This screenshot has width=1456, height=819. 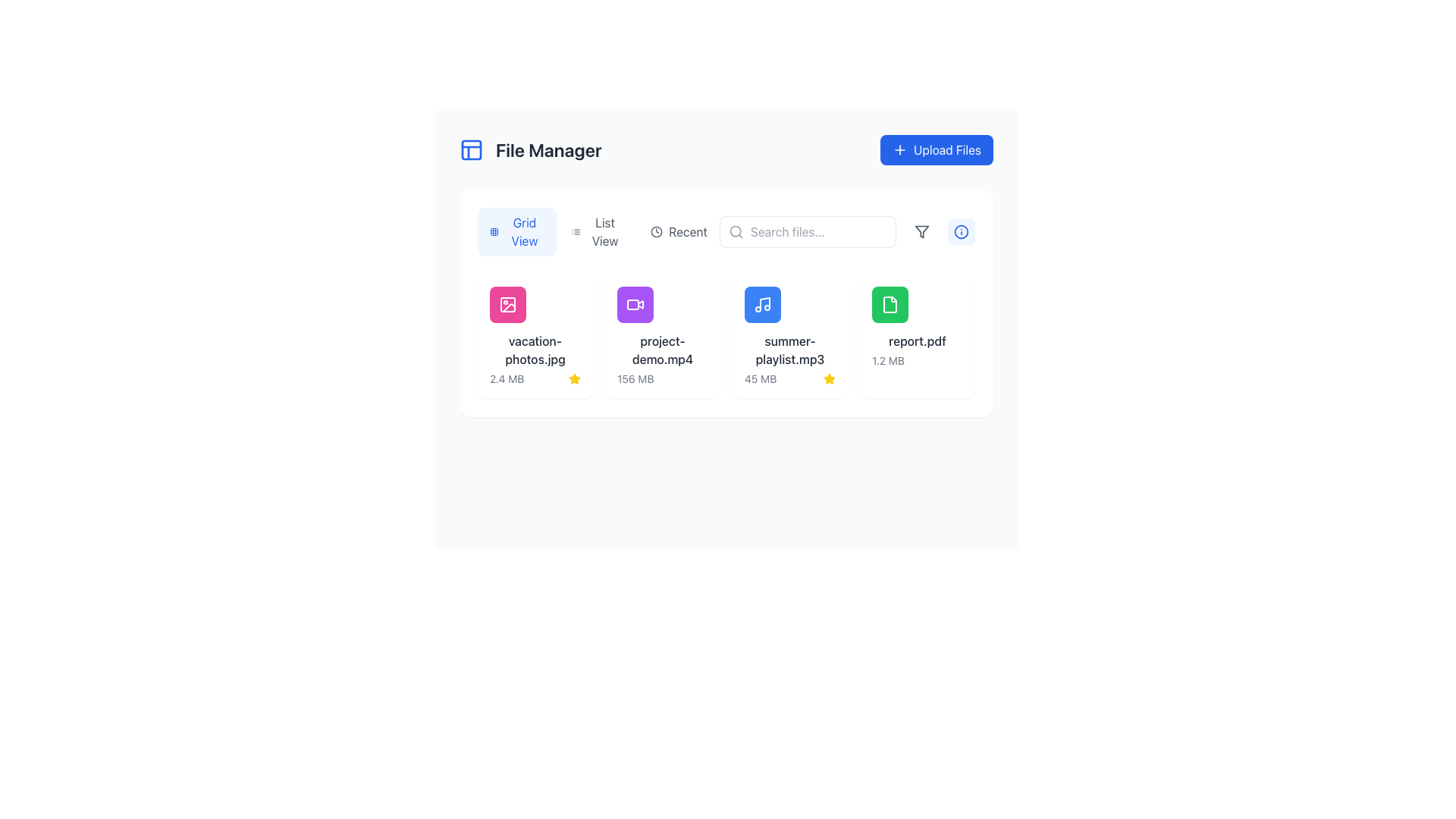 I want to click on the music file icon representing 'summer-playlist.mp3' in the file manager, so click(x=763, y=304).